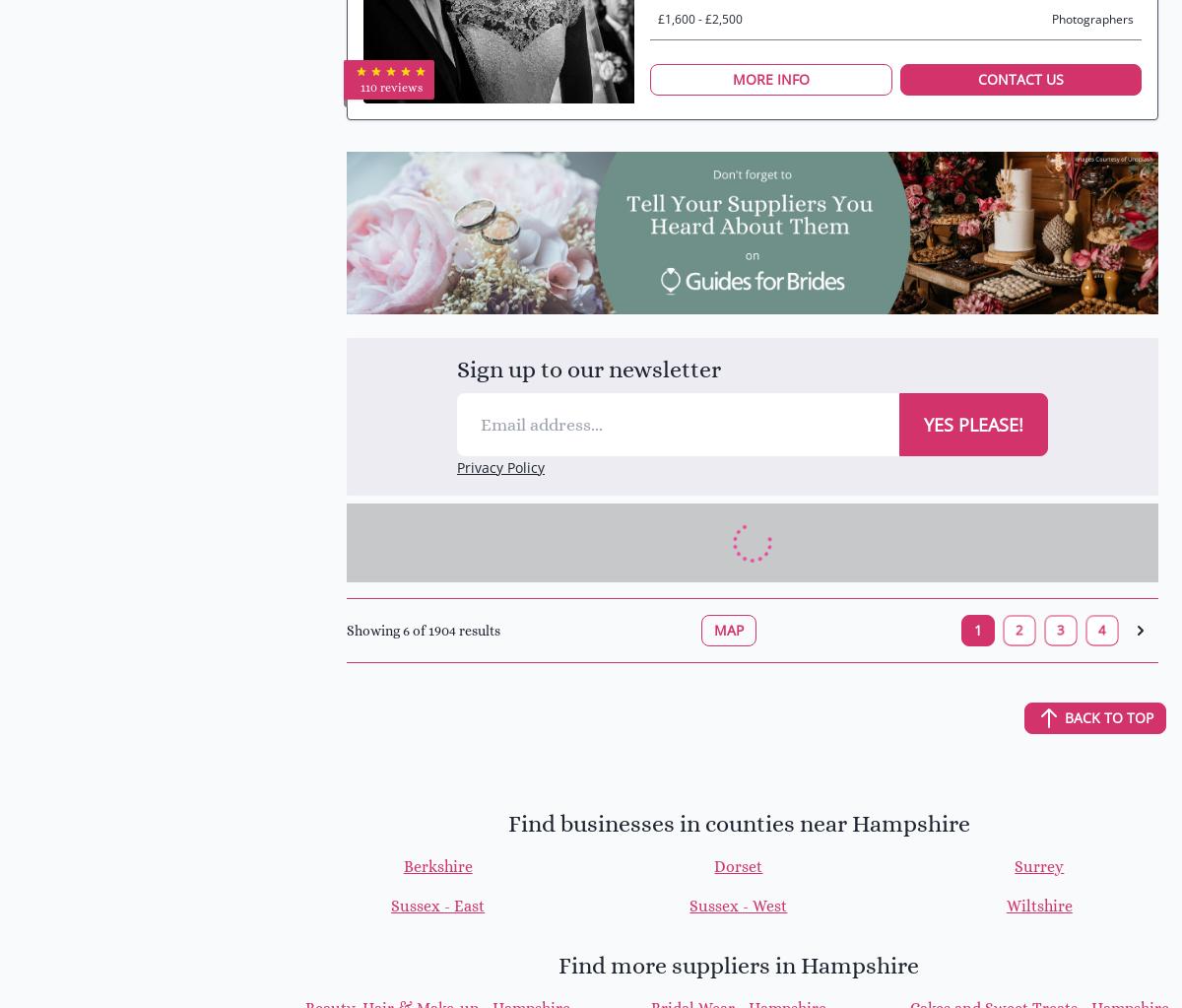 Image resolution: width=1182 pixels, height=1008 pixels. I want to click on '3', so click(1060, 629).